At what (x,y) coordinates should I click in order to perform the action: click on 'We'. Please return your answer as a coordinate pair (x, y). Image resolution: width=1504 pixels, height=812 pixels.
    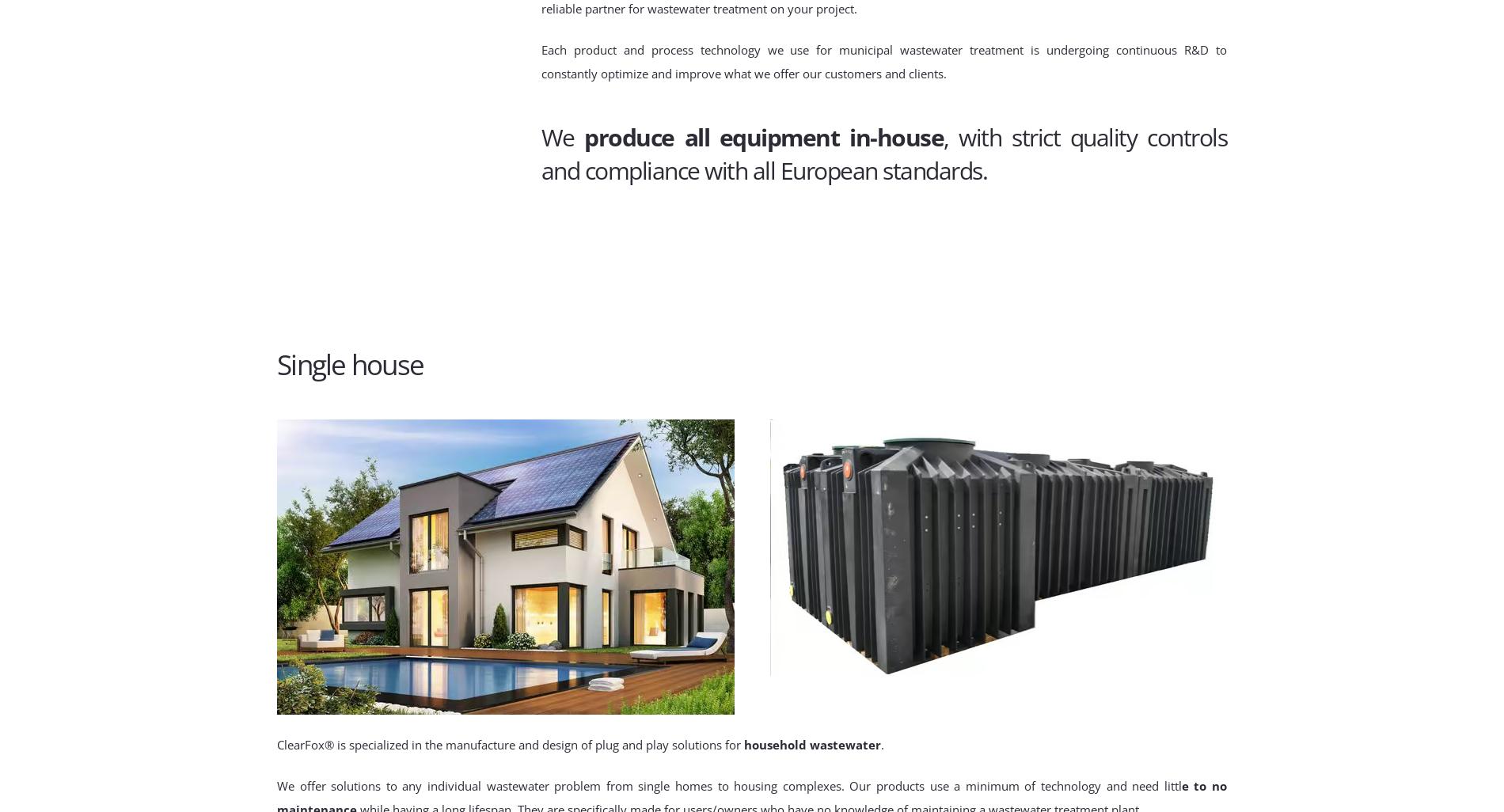
    Looking at the image, I should click on (541, 136).